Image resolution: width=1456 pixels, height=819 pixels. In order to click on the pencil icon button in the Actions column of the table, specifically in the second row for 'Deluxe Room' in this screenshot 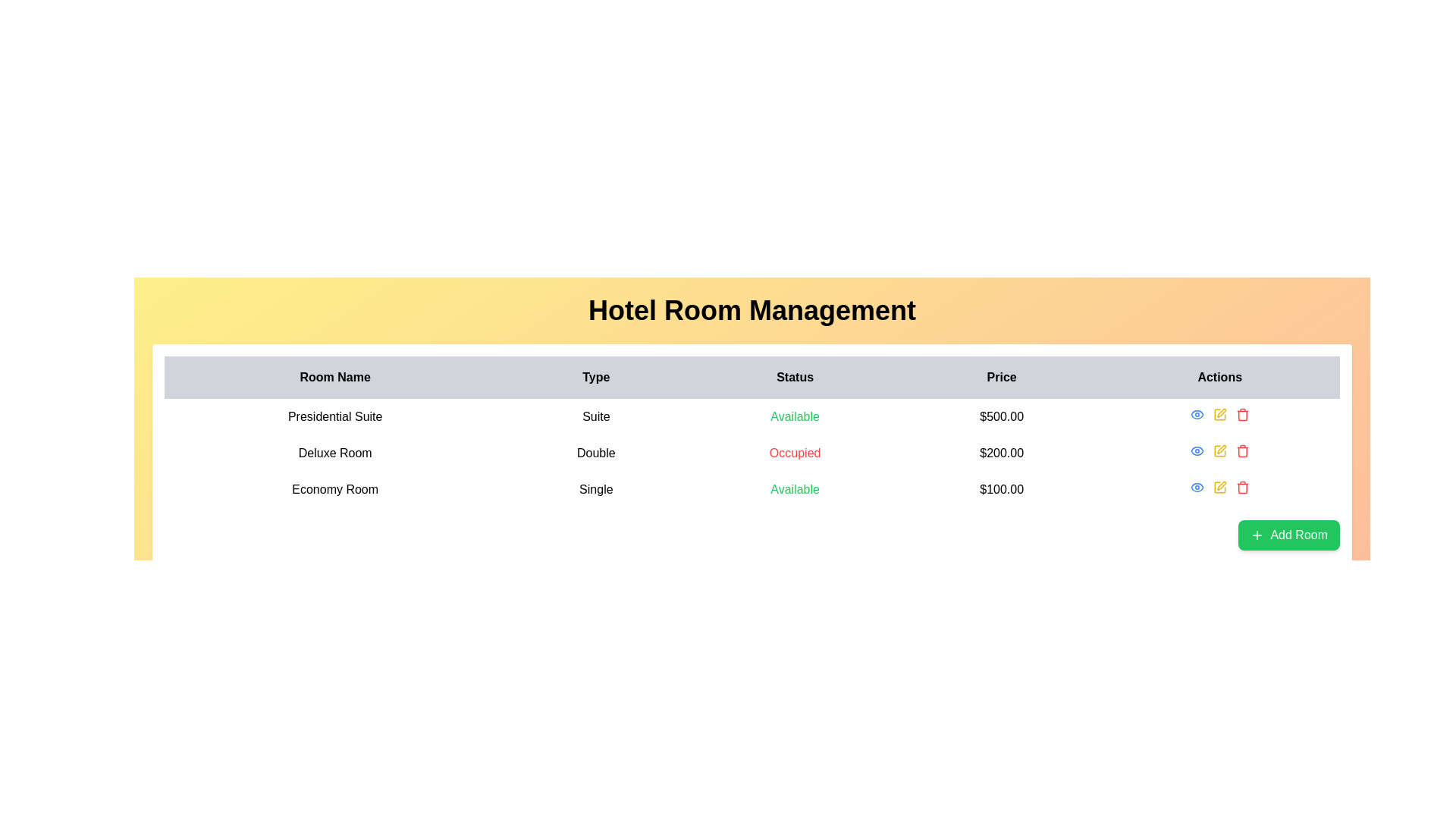, I will do `click(1220, 412)`.